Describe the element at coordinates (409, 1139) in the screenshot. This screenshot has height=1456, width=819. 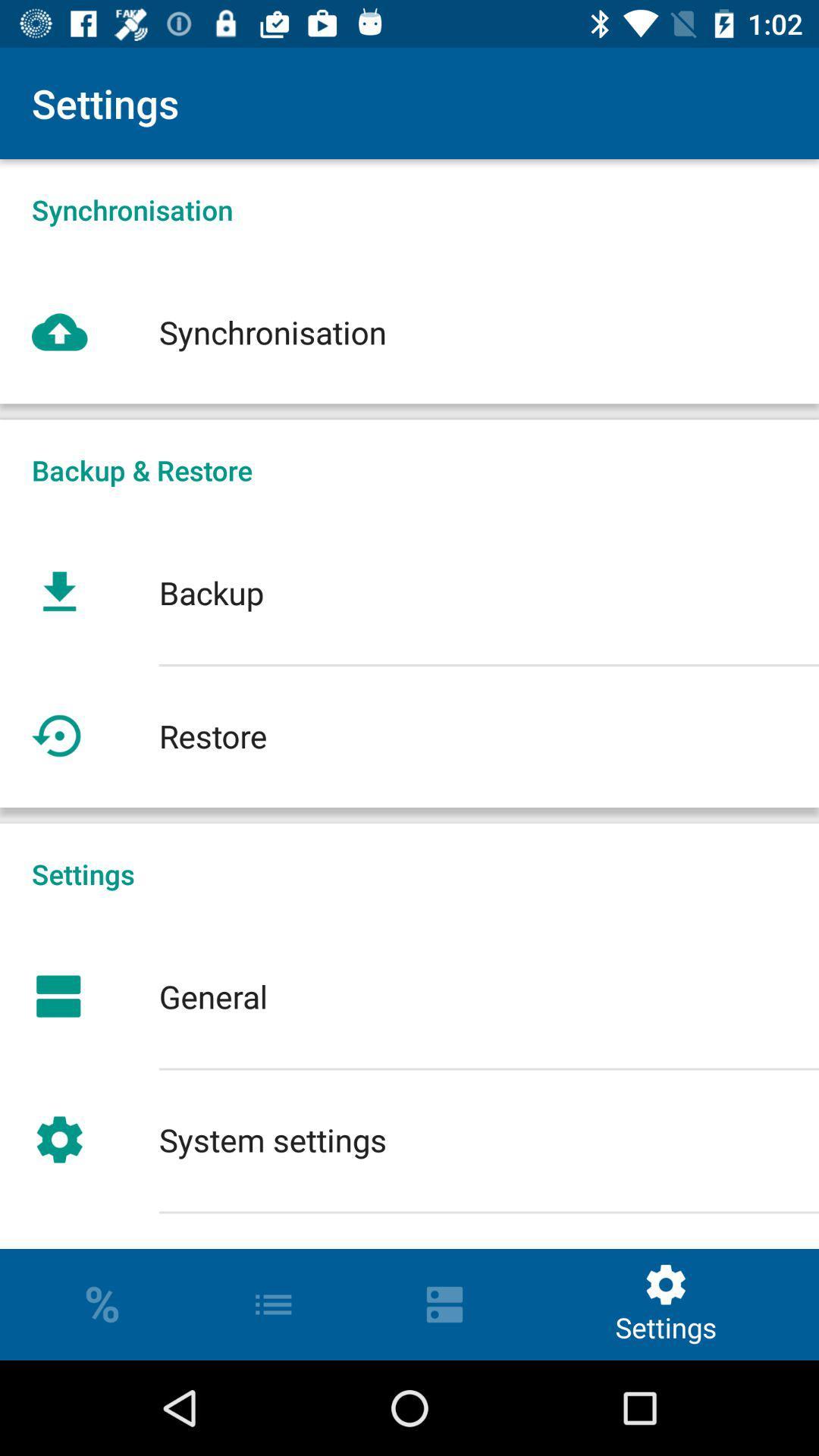
I see `the item below the general item` at that location.